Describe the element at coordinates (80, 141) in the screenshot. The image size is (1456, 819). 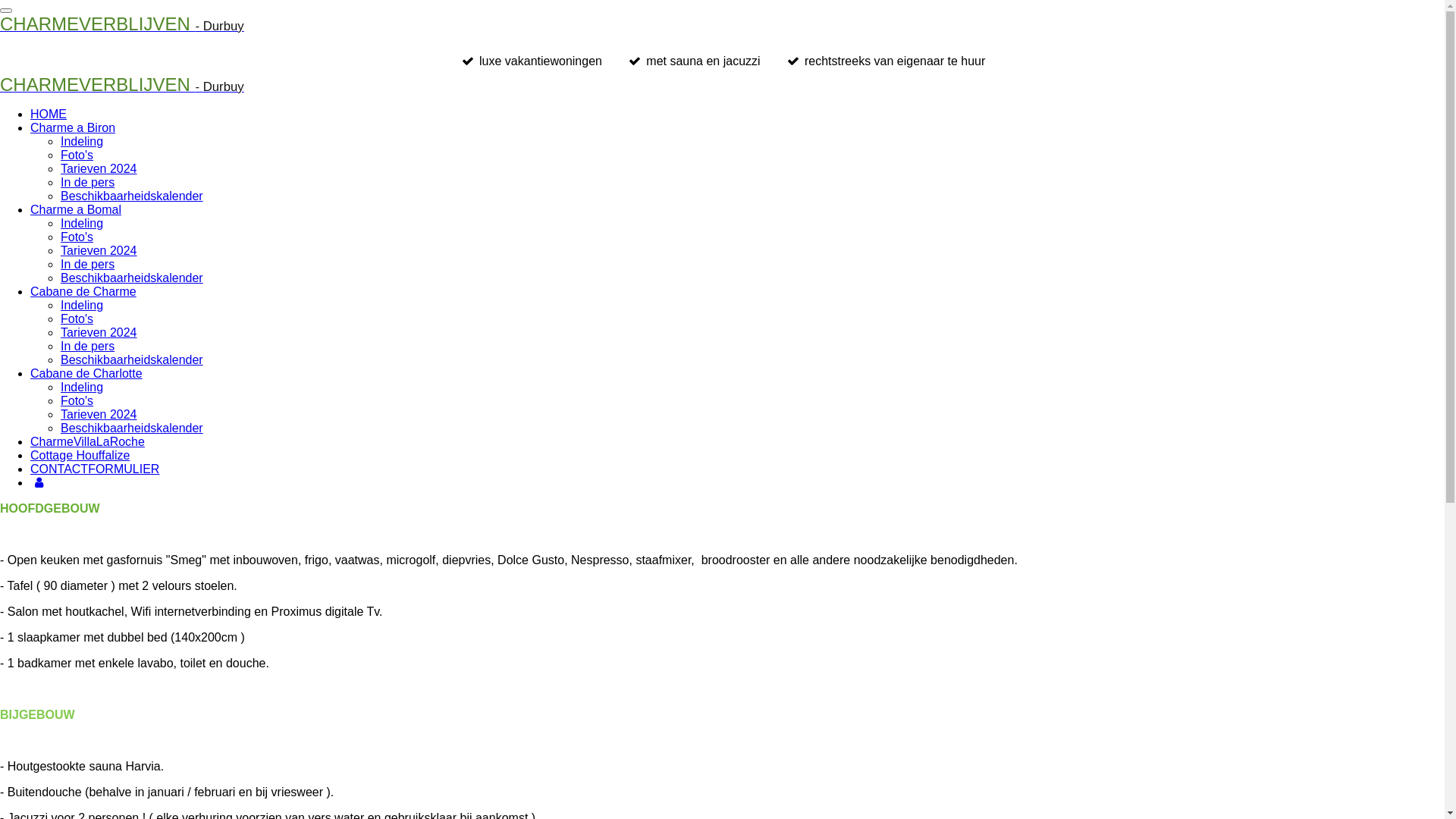
I see `'Indeling'` at that location.